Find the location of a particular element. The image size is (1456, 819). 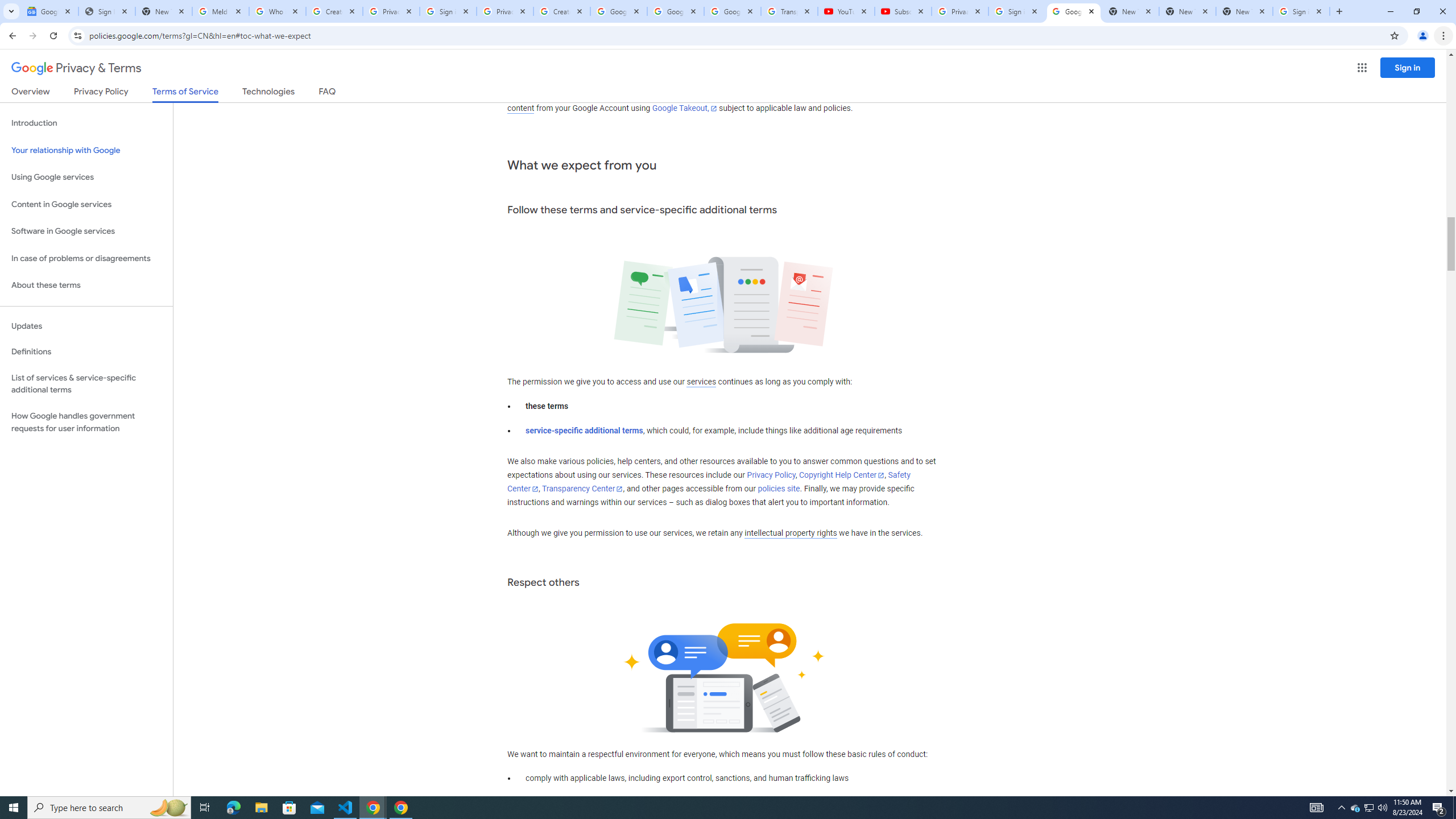

'YouTube' is located at coordinates (846, 11).